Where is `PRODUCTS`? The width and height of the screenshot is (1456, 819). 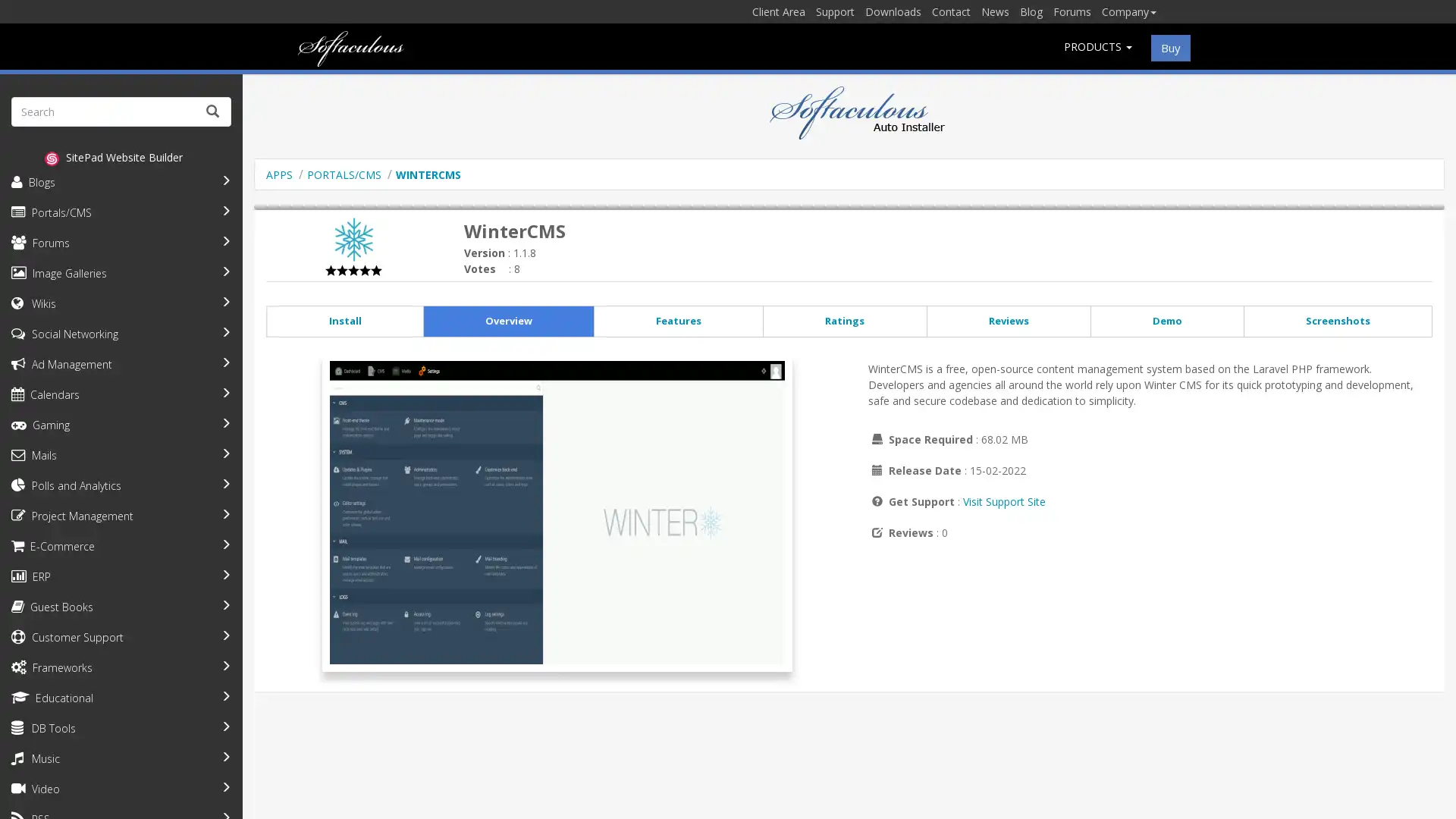
PRODUCTS is located at coordinates (1098, 45).